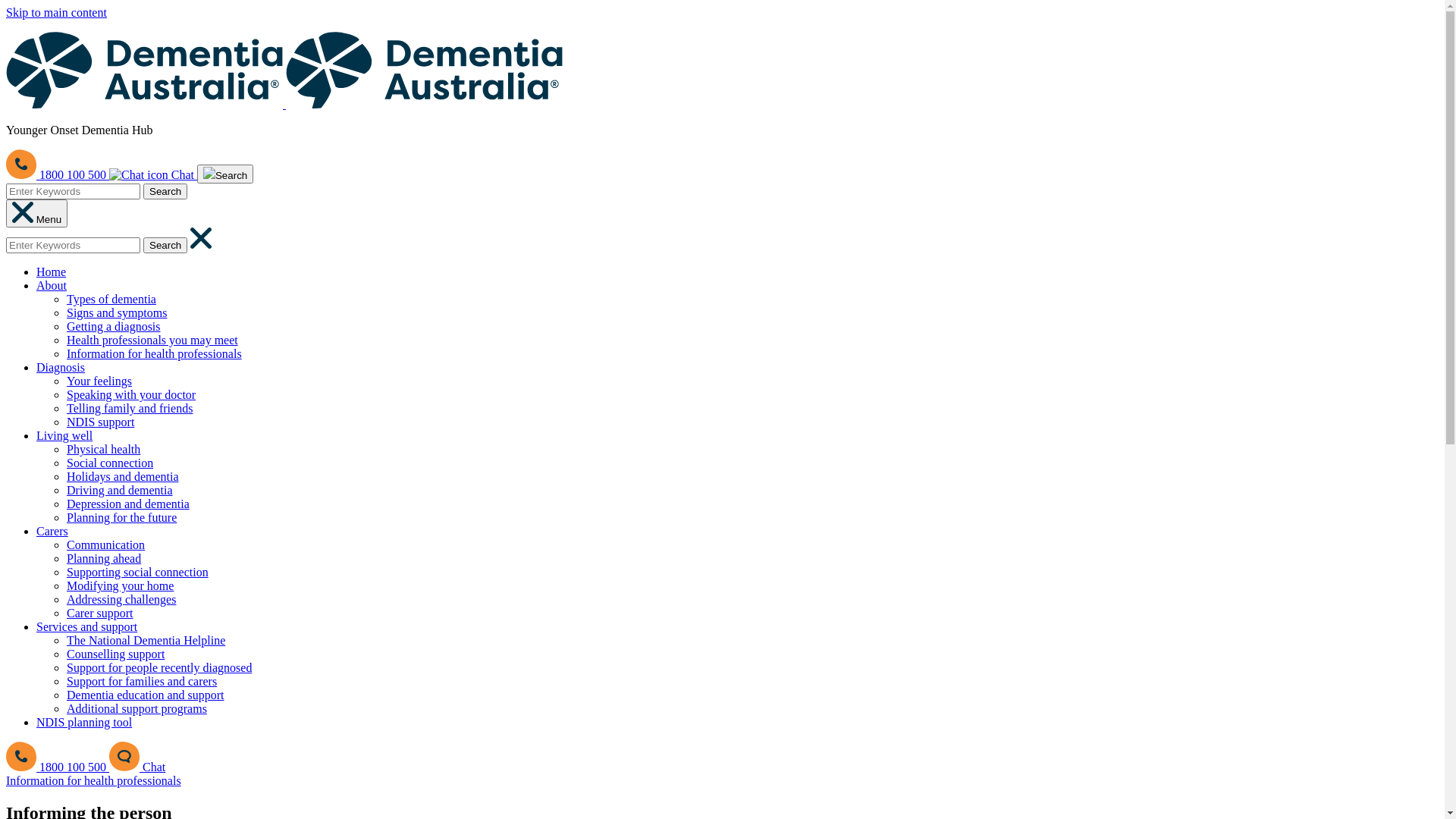 This screenshot has height=819, width=1456. Describe the element at coordinates (152, 174) in the screenshot. I see `'Chat'` at that location.